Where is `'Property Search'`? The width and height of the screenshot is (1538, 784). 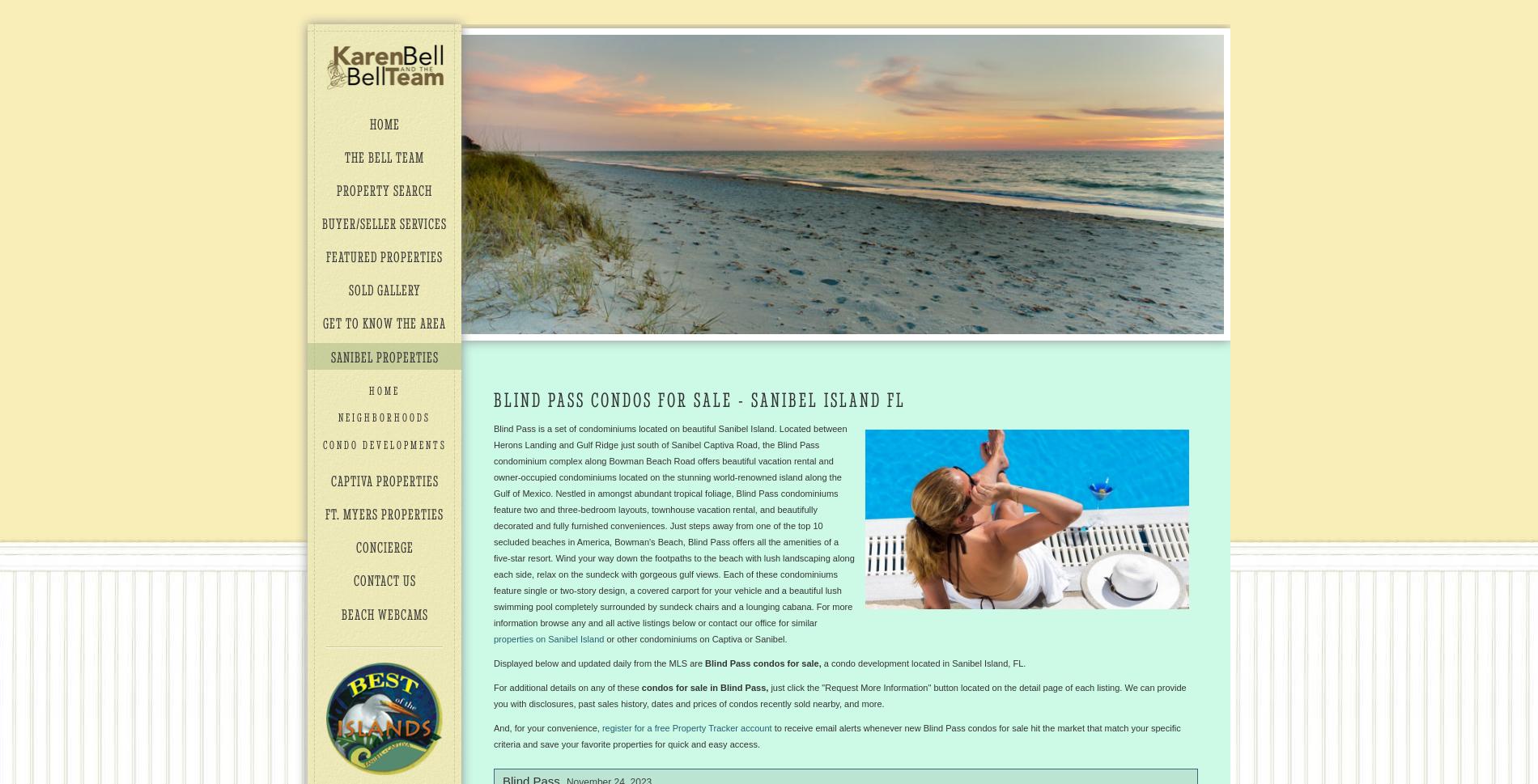
'Property Search' is located at coordinates (384, 189).